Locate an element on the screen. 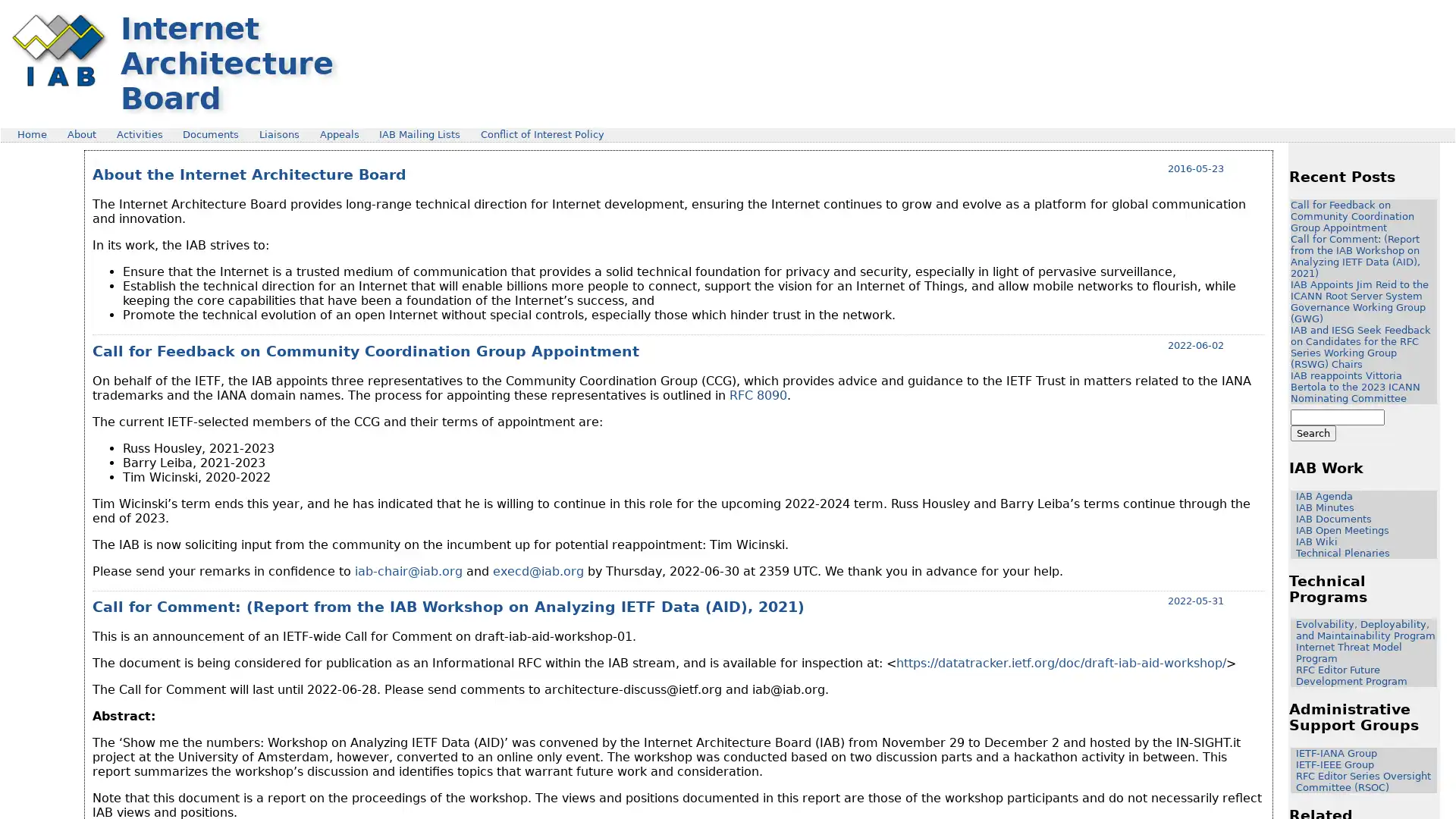 This screenshot has height=819, width=1456. Search is located at coordinates (1313, 433).